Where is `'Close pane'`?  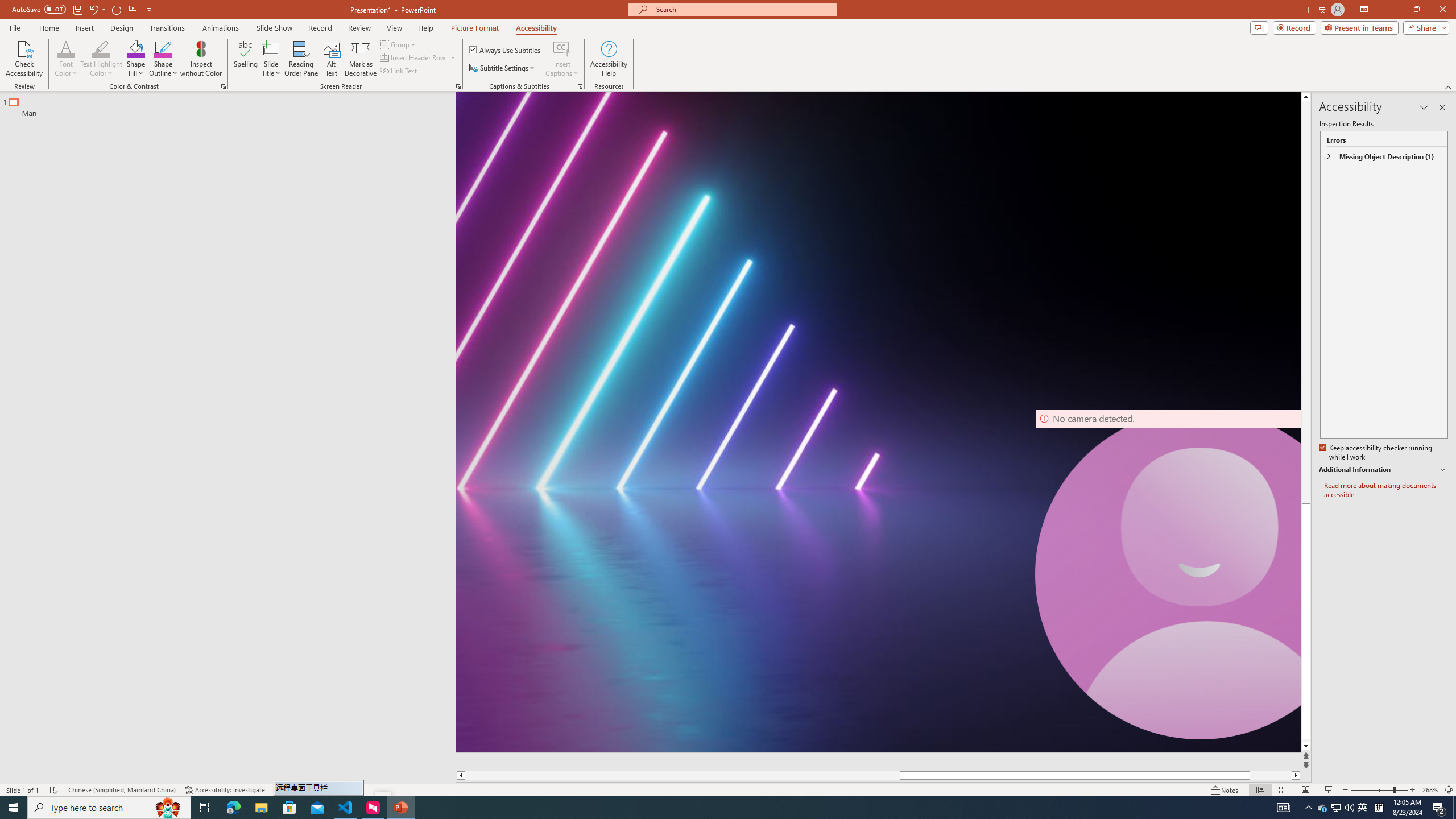
'Close pane' is located at coordinates (1442, 107).